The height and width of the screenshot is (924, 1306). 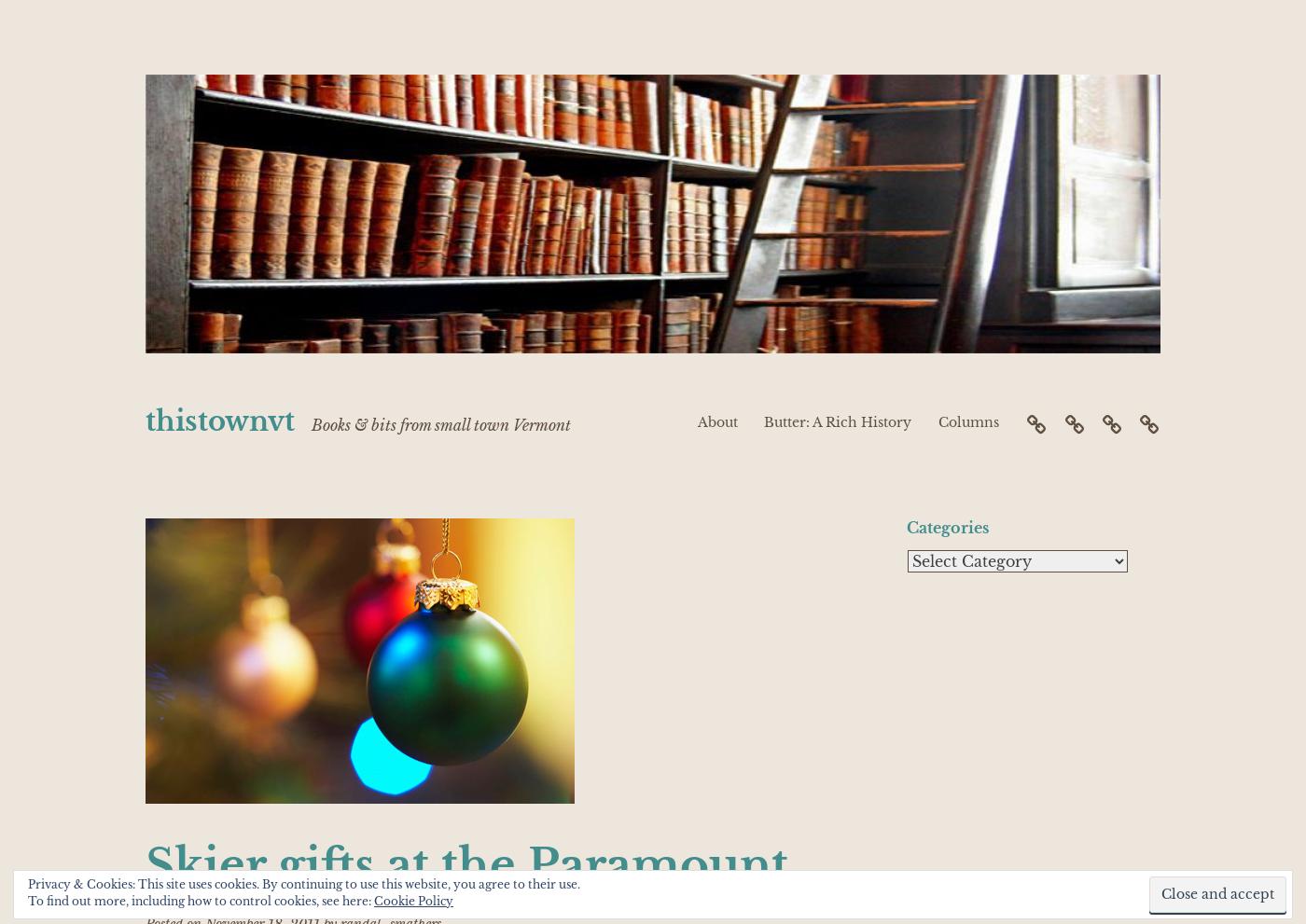 I want to click on 'thistownvt', so click(x=220, y=420).